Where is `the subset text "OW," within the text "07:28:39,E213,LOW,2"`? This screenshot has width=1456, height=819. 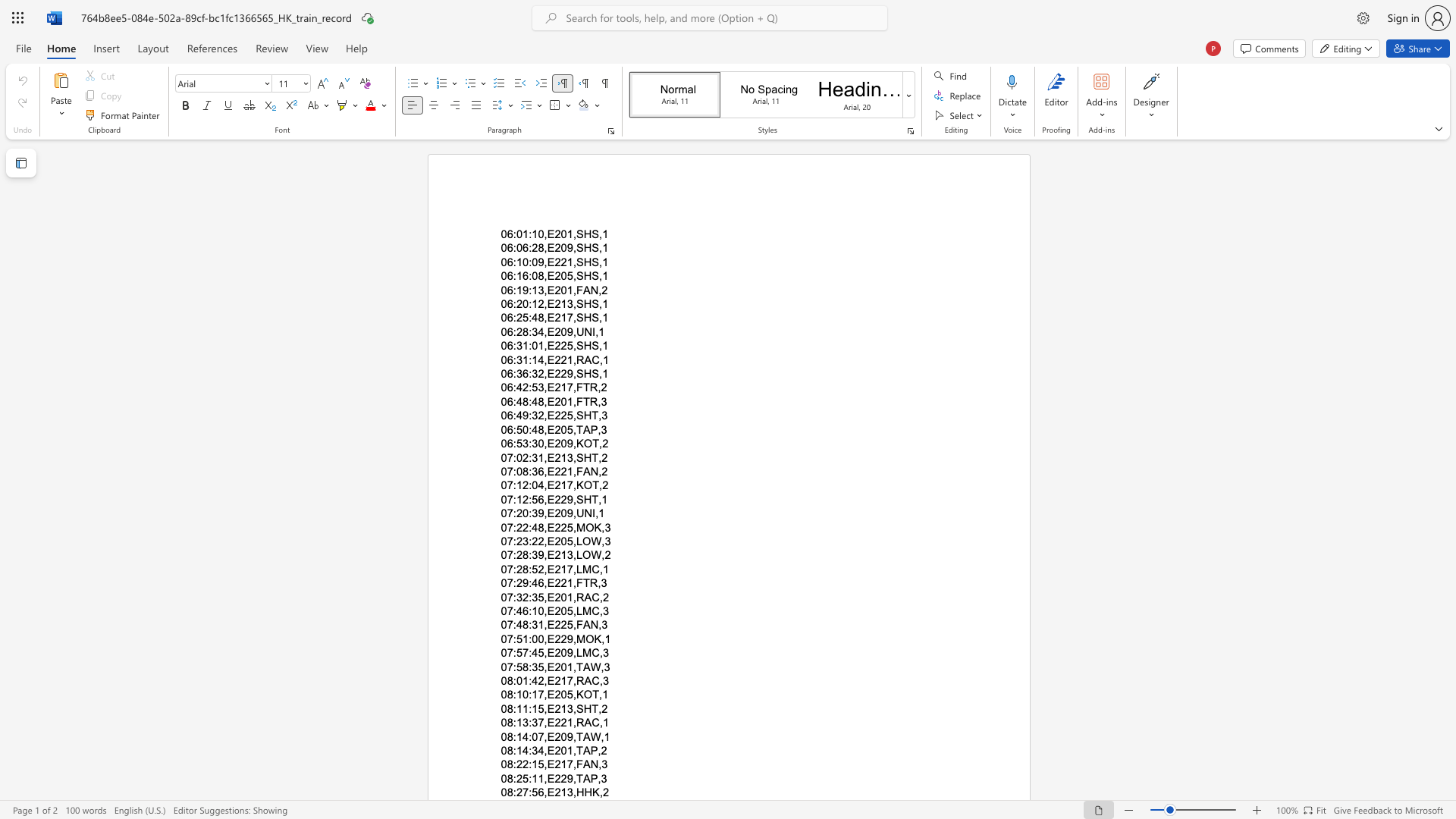
the subset text "OW," within the text "07:28:39,E213,LOW,2" is located at coordinates (582, 555).